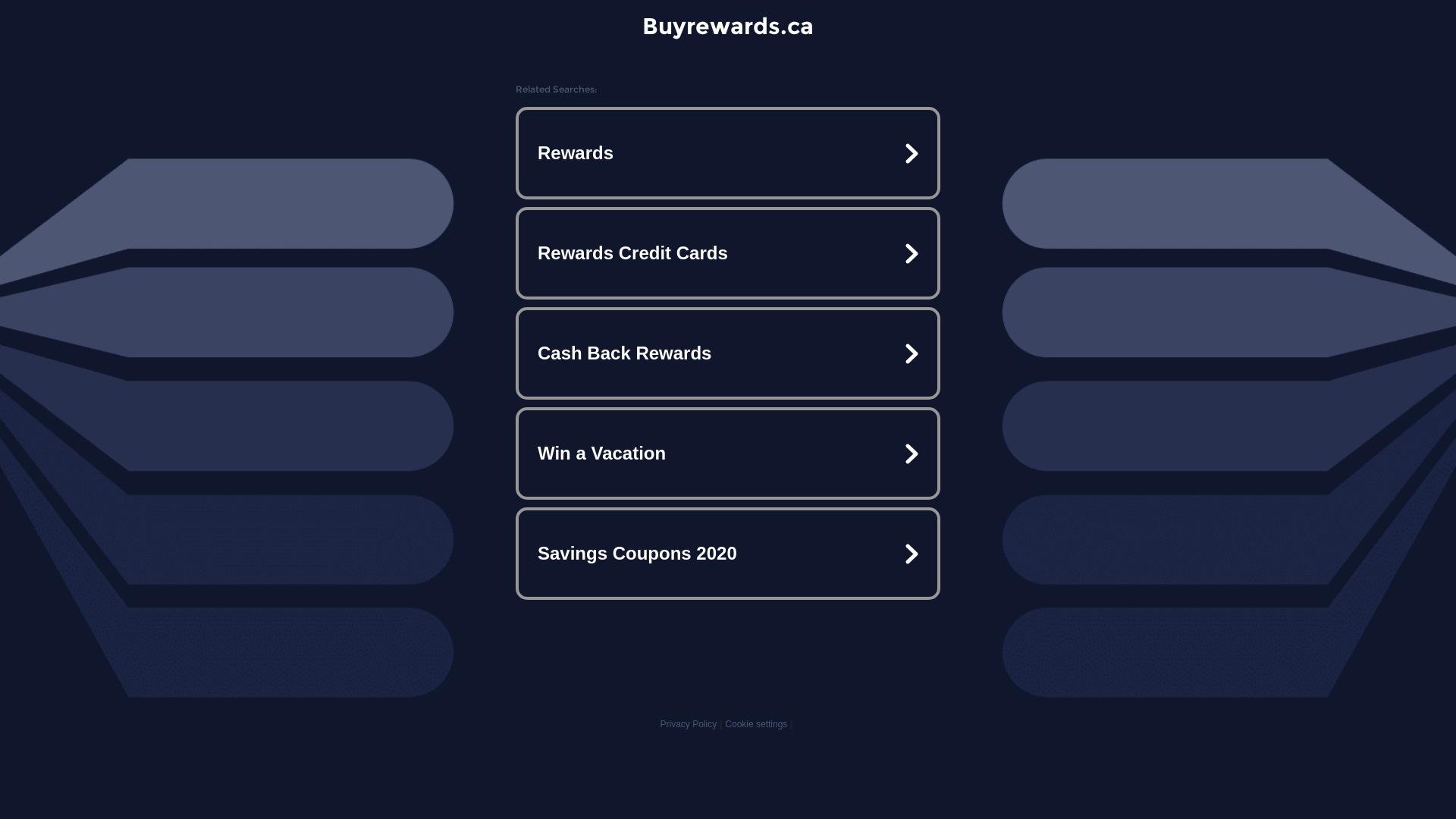 This screenshot has width=1456, height=819. I want to click on 'Cookie settings', so click(756, 723).